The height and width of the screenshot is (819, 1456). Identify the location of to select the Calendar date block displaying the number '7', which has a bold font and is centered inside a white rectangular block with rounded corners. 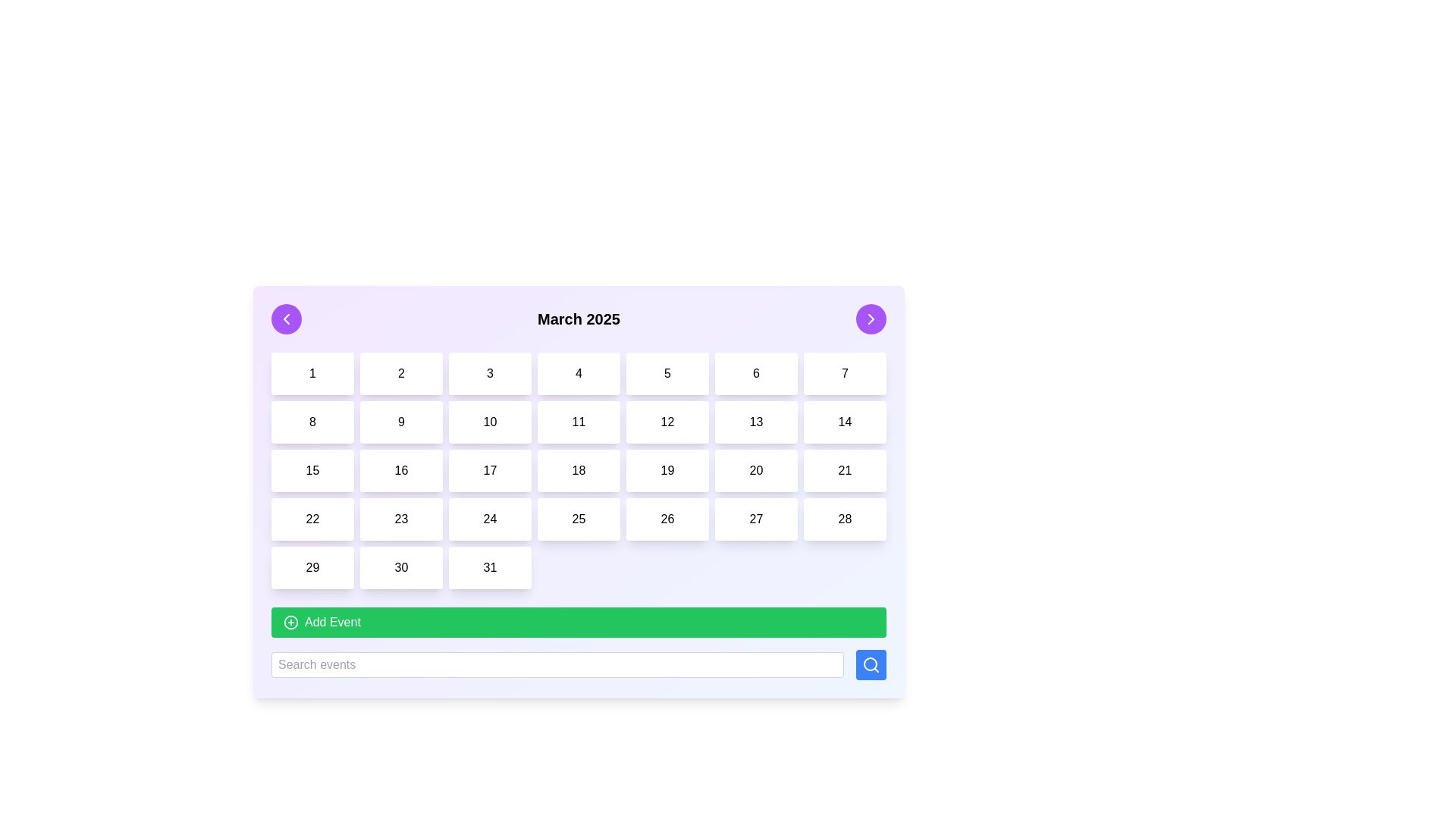
(844, 374).